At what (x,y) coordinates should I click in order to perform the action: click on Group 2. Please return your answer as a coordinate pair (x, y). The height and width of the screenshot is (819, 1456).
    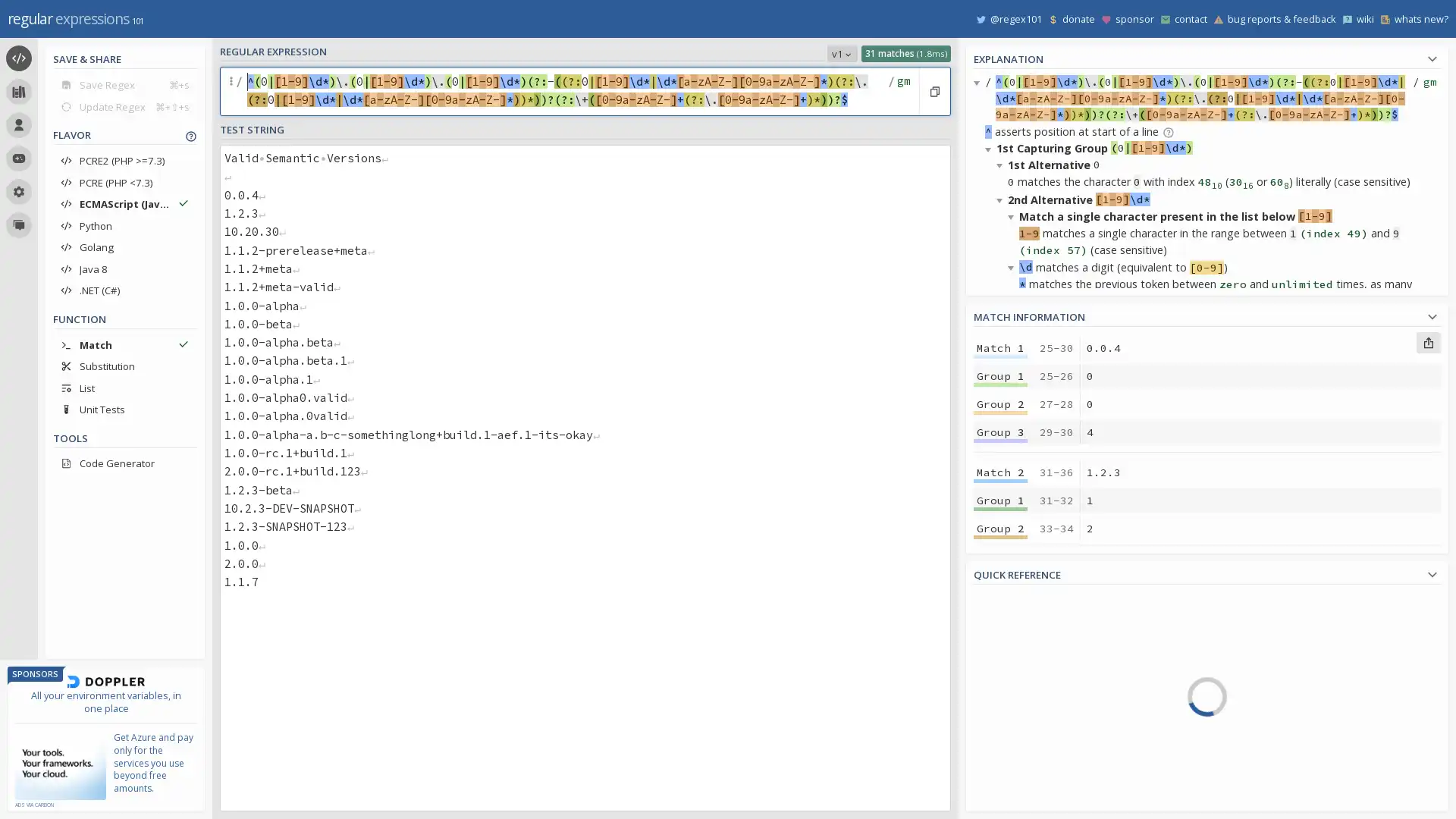
    Looking at the image, I should click on (1000, 777).